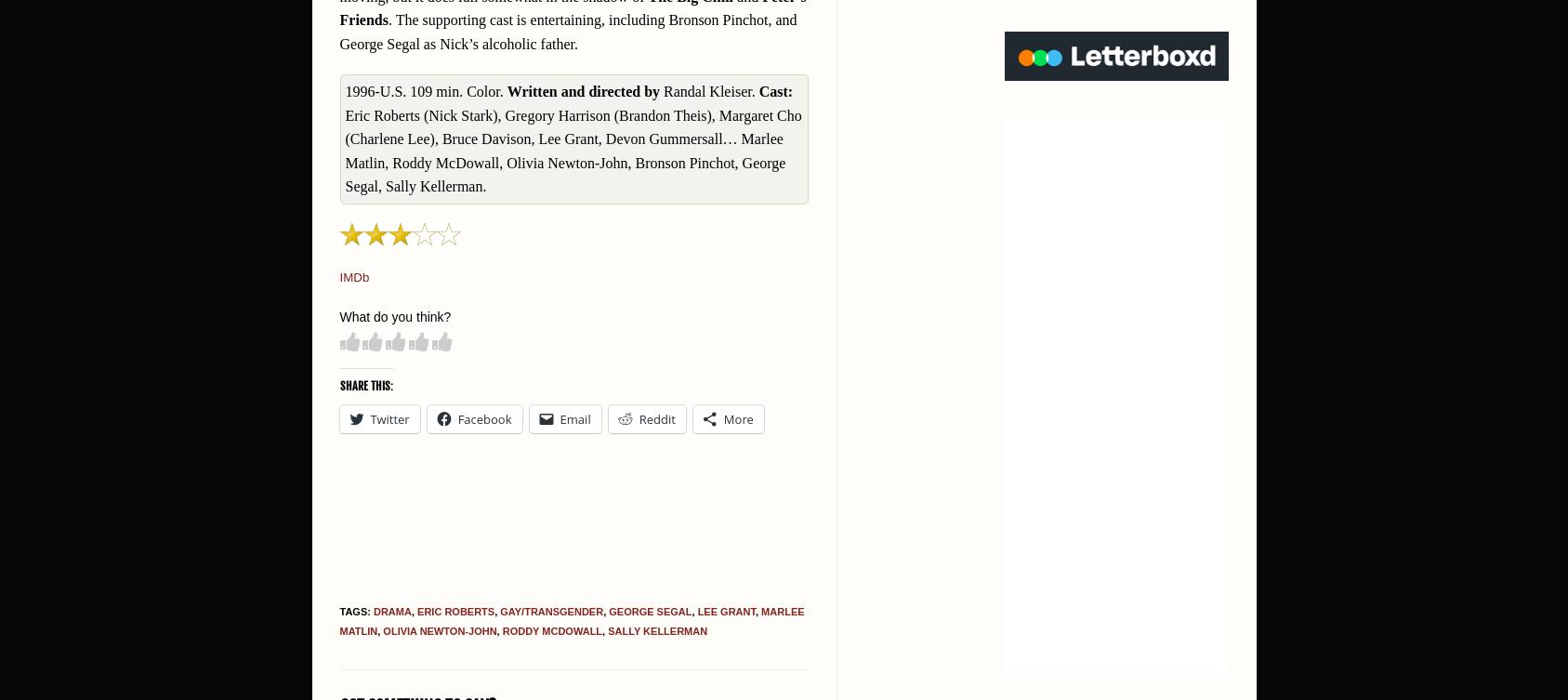  What do you see at coordinates (339, 315) in the screenshot?
I see `'What do you think?'` at bounding box center [339, 315].